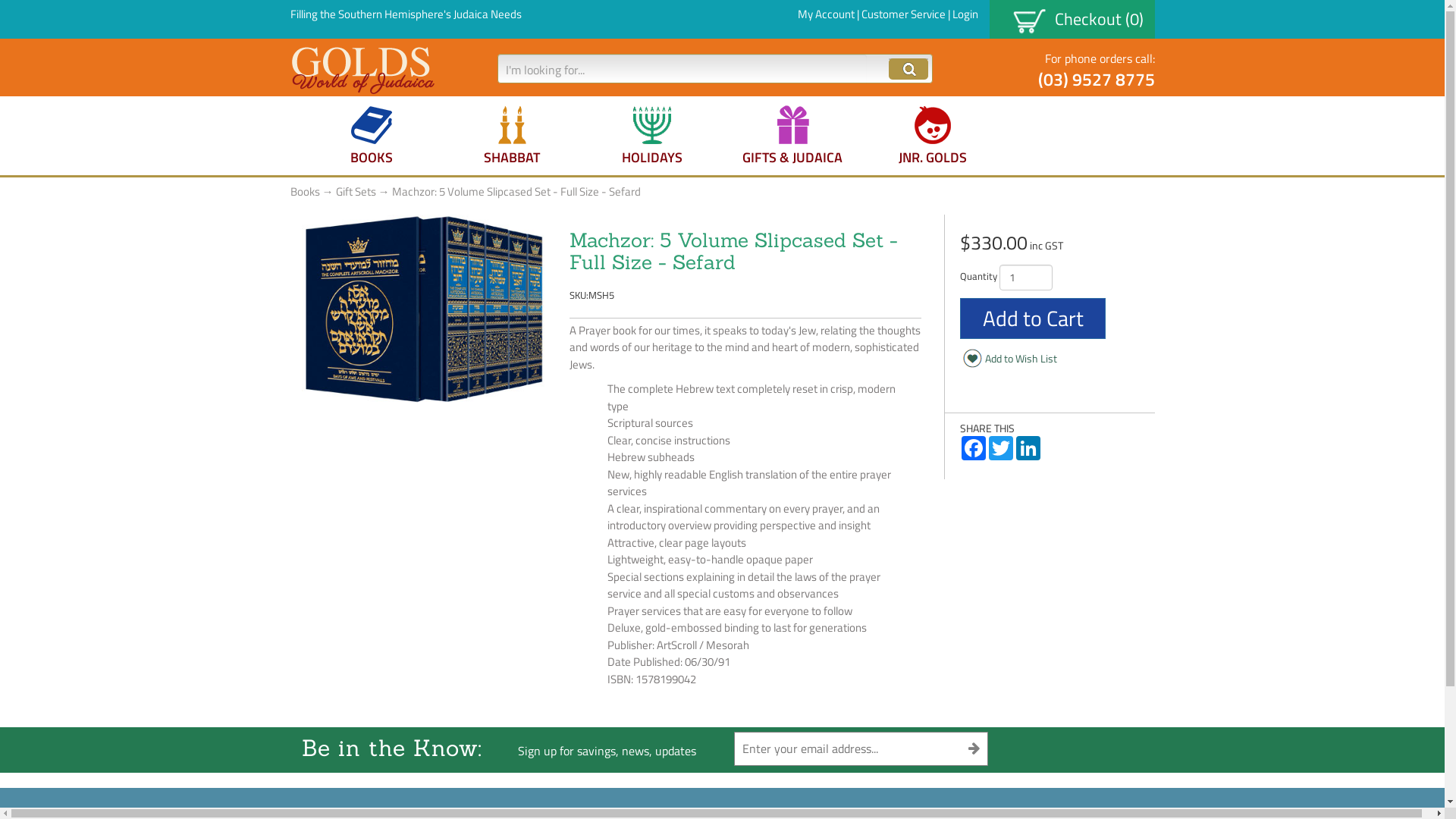  I want to click on 'Click Go to Submit', so click(908, 69).